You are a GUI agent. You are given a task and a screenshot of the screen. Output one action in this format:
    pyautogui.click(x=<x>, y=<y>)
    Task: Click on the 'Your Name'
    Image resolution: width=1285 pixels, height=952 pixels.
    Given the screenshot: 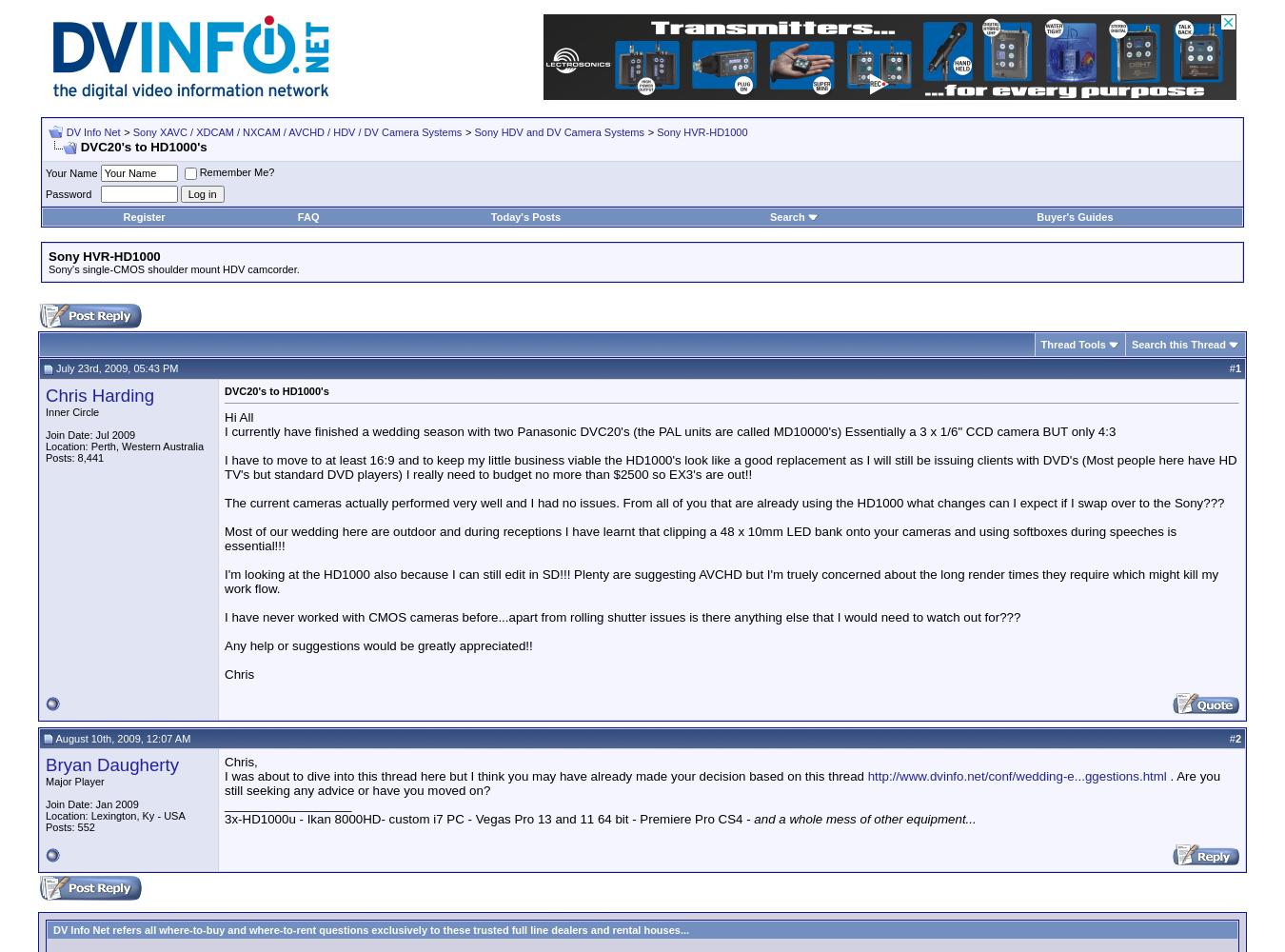 What is the action you would take?
    pyautogui.click(x=45, y=173)
    